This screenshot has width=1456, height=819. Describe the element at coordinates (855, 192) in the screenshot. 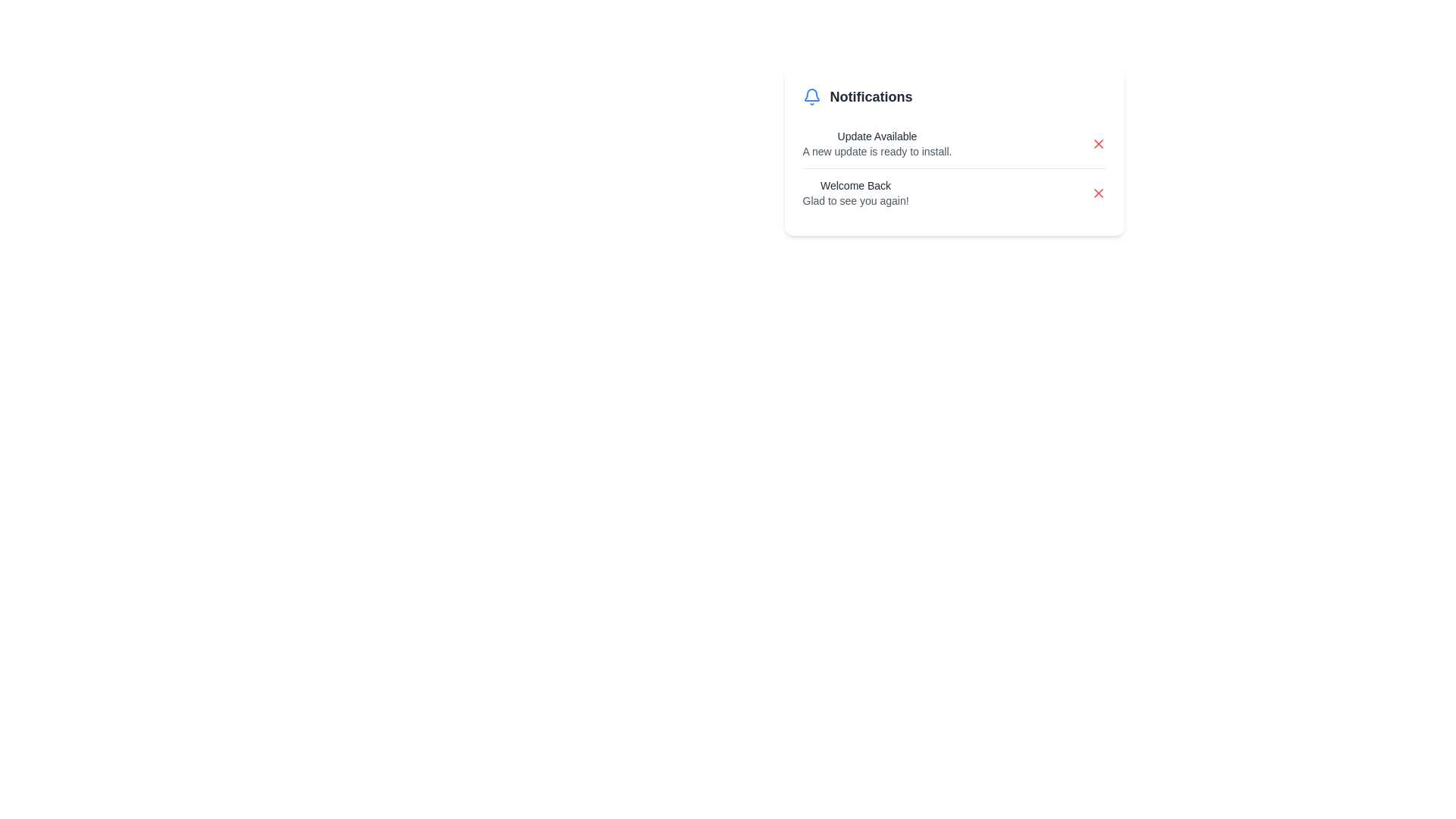

I see `the text element displaying 'Welcome Back' and 'Glad` at that location.